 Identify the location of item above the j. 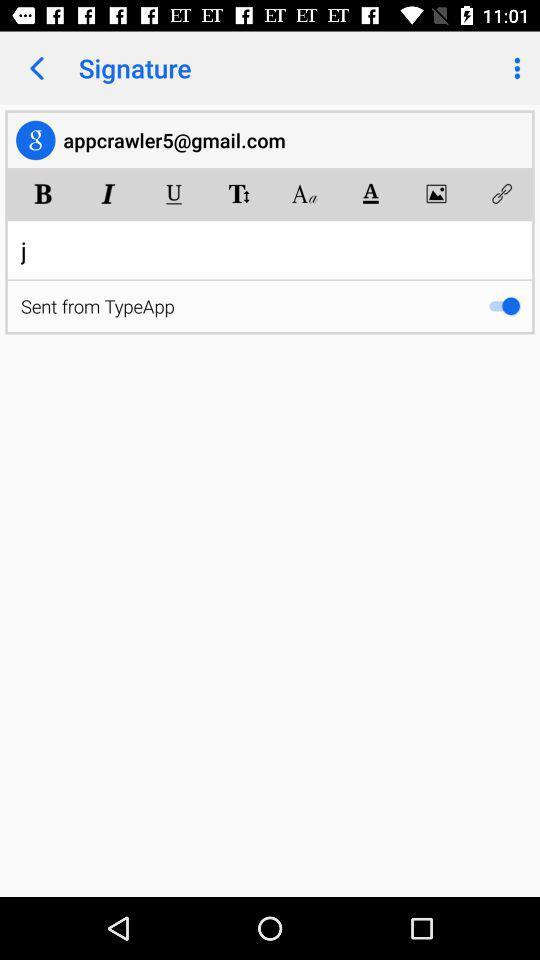
(435, 193).